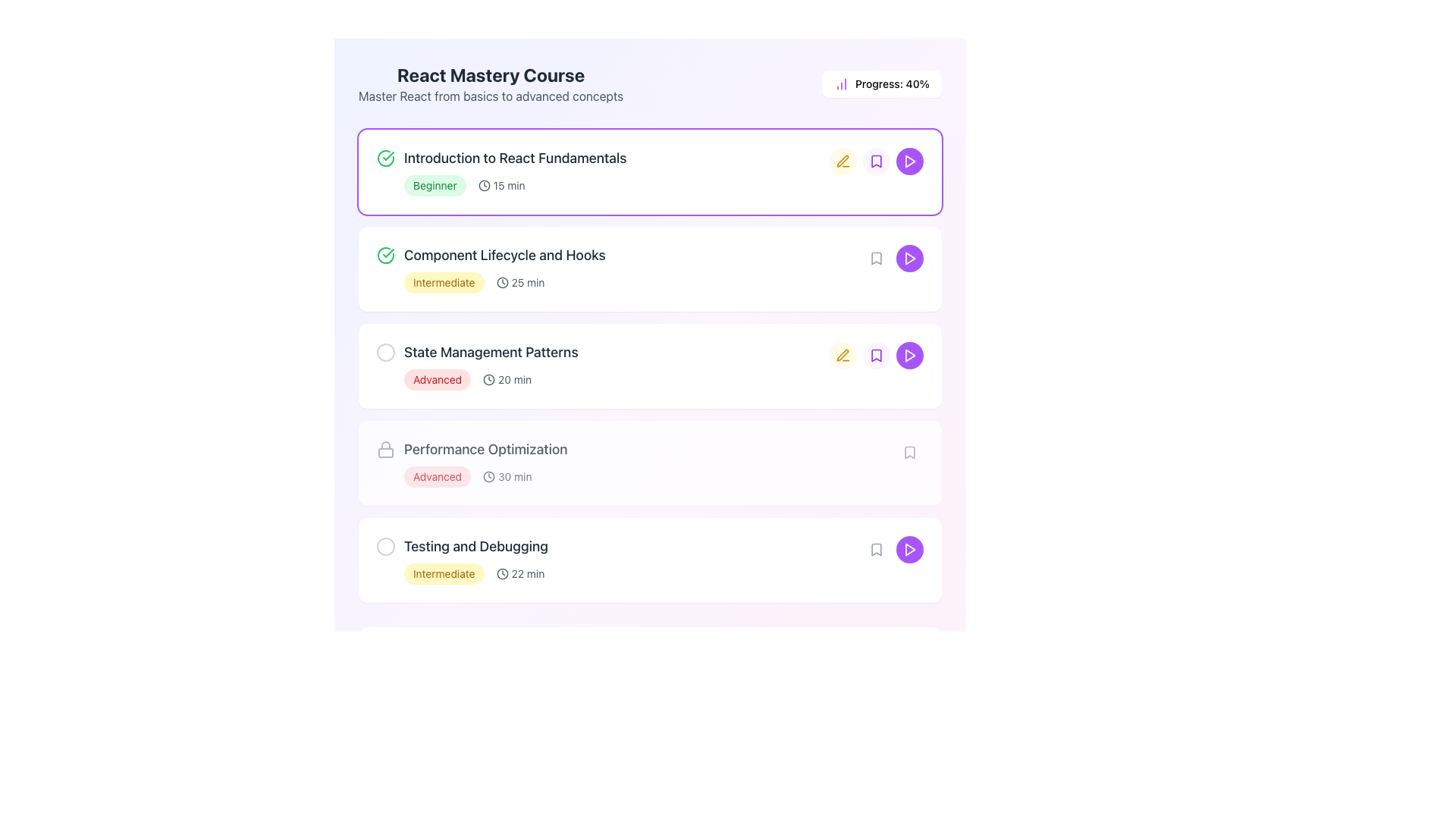  What do you see at coordinates (502, 573) in the screenshot?
I see `the circular clock icon located to the left of the '15 min' text under 'Introduction to React Fundamentals'` at bounding box center [502, 573].